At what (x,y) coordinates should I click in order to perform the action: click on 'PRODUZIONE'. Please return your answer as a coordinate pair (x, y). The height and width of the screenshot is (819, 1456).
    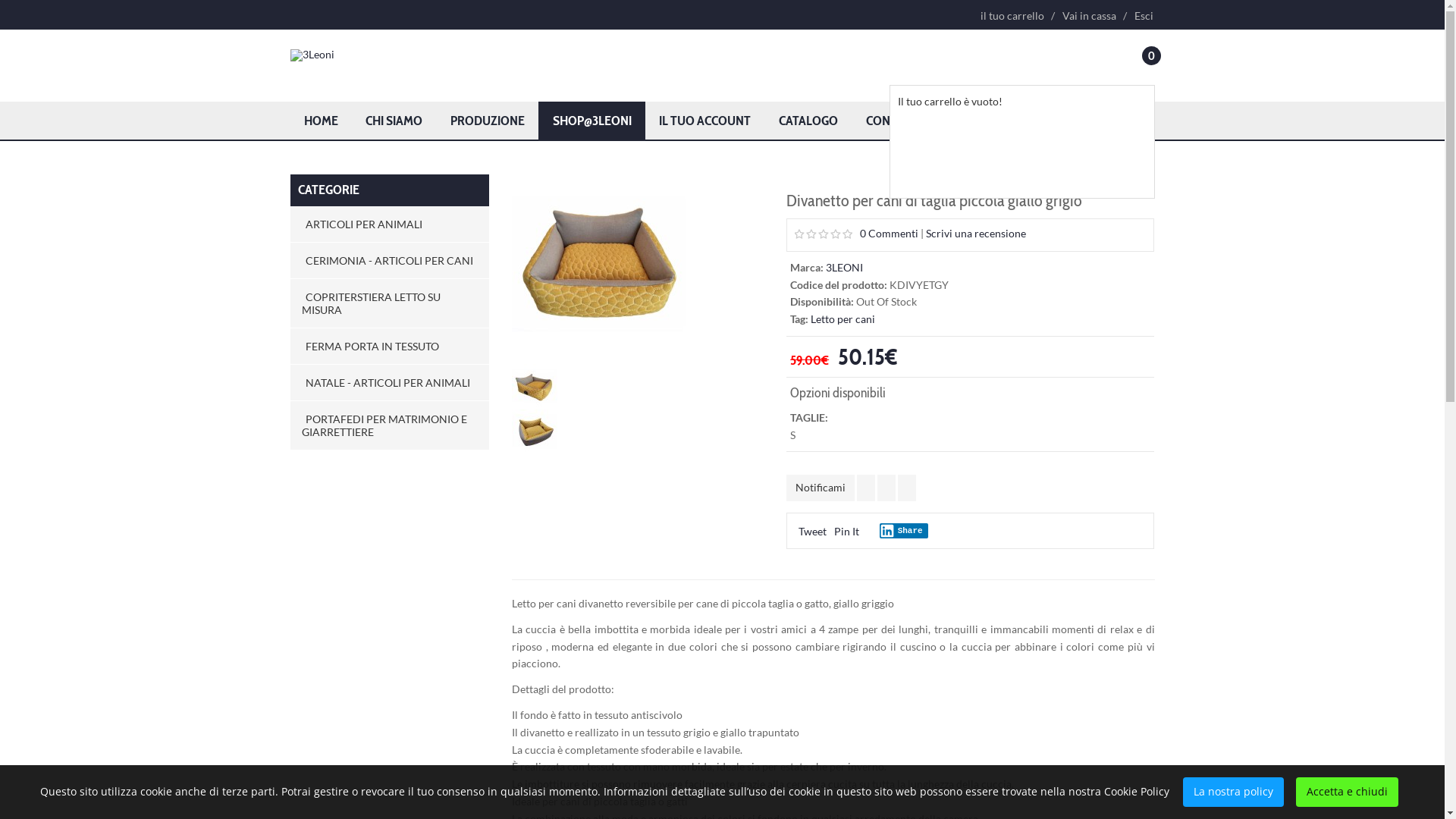
    Looking at the image, I should click on (488, 119).